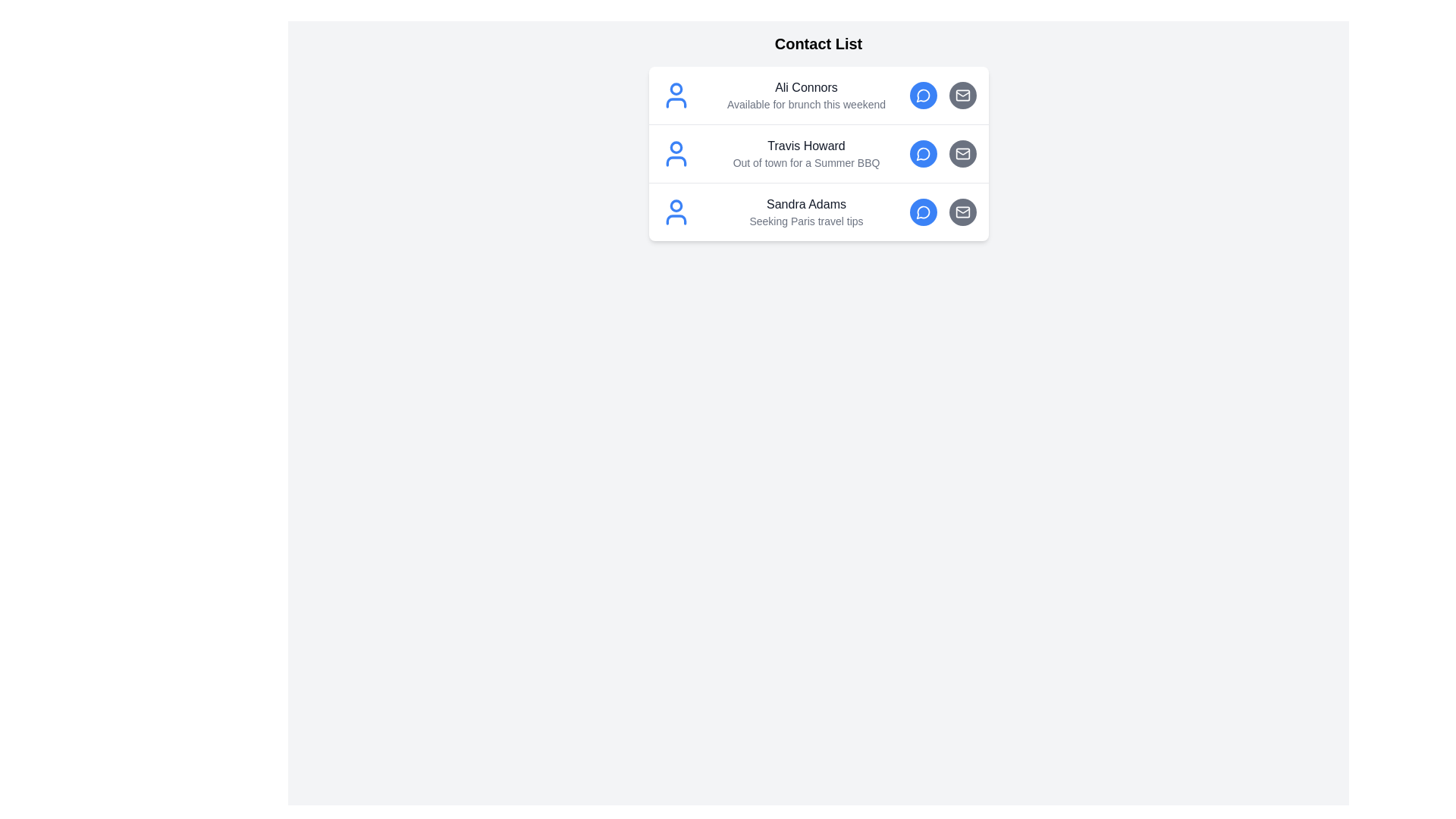 The width and height of the screenshot is (1456, 819). What do you see at coordinates (675, 89) in the screenshot?
I see `the small blue decorative SVG circle within the user profile icon for 'Ali Connors' in the Contact List section` at bounding box center [675, 89].